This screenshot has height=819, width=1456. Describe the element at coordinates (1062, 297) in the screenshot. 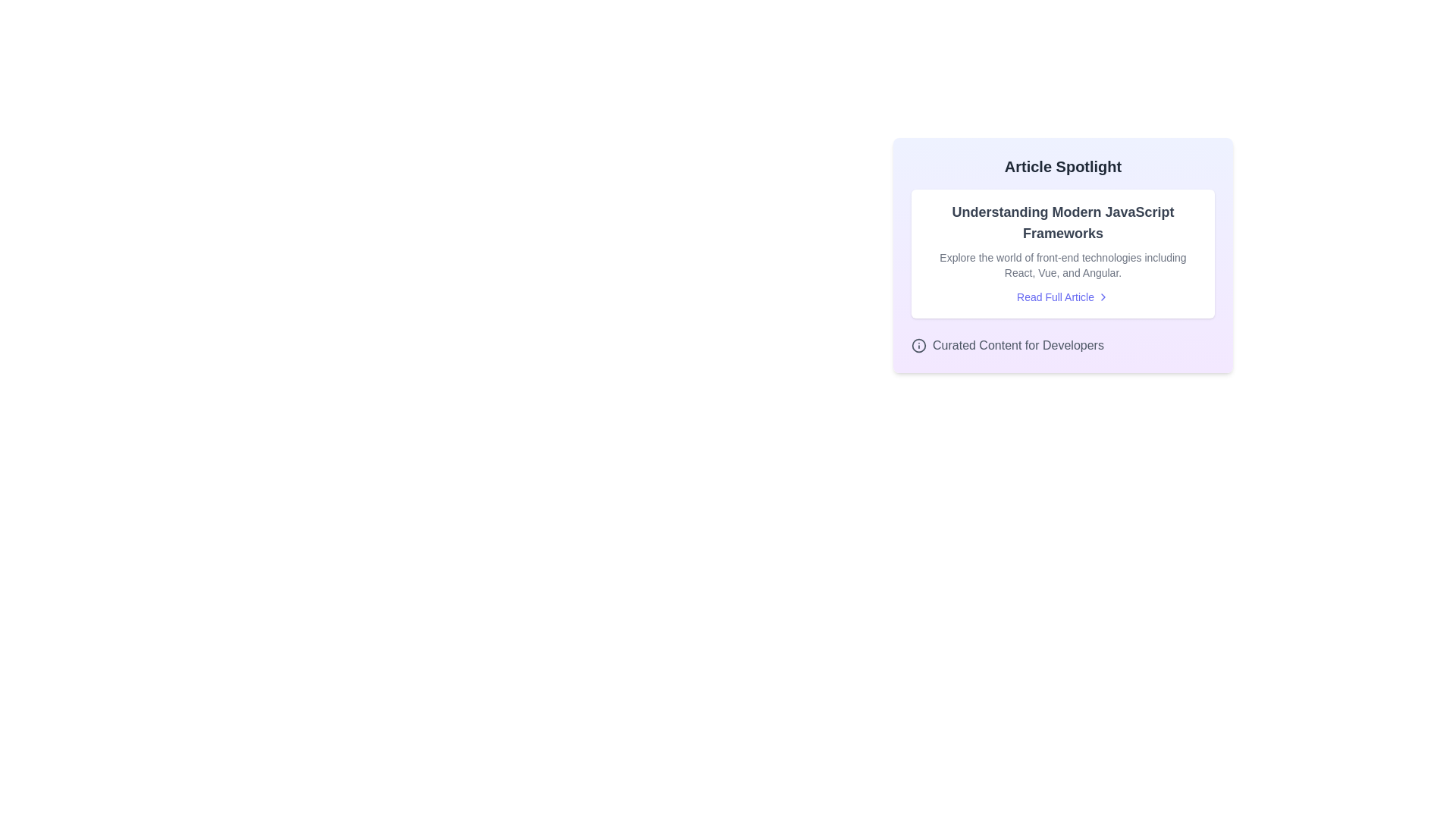

I see `the hyperlink with associated icon located in the center-right portion of the interface, below the text 'Explore the world of front-end technologies including React, Vue, and Angular.'` at that location.